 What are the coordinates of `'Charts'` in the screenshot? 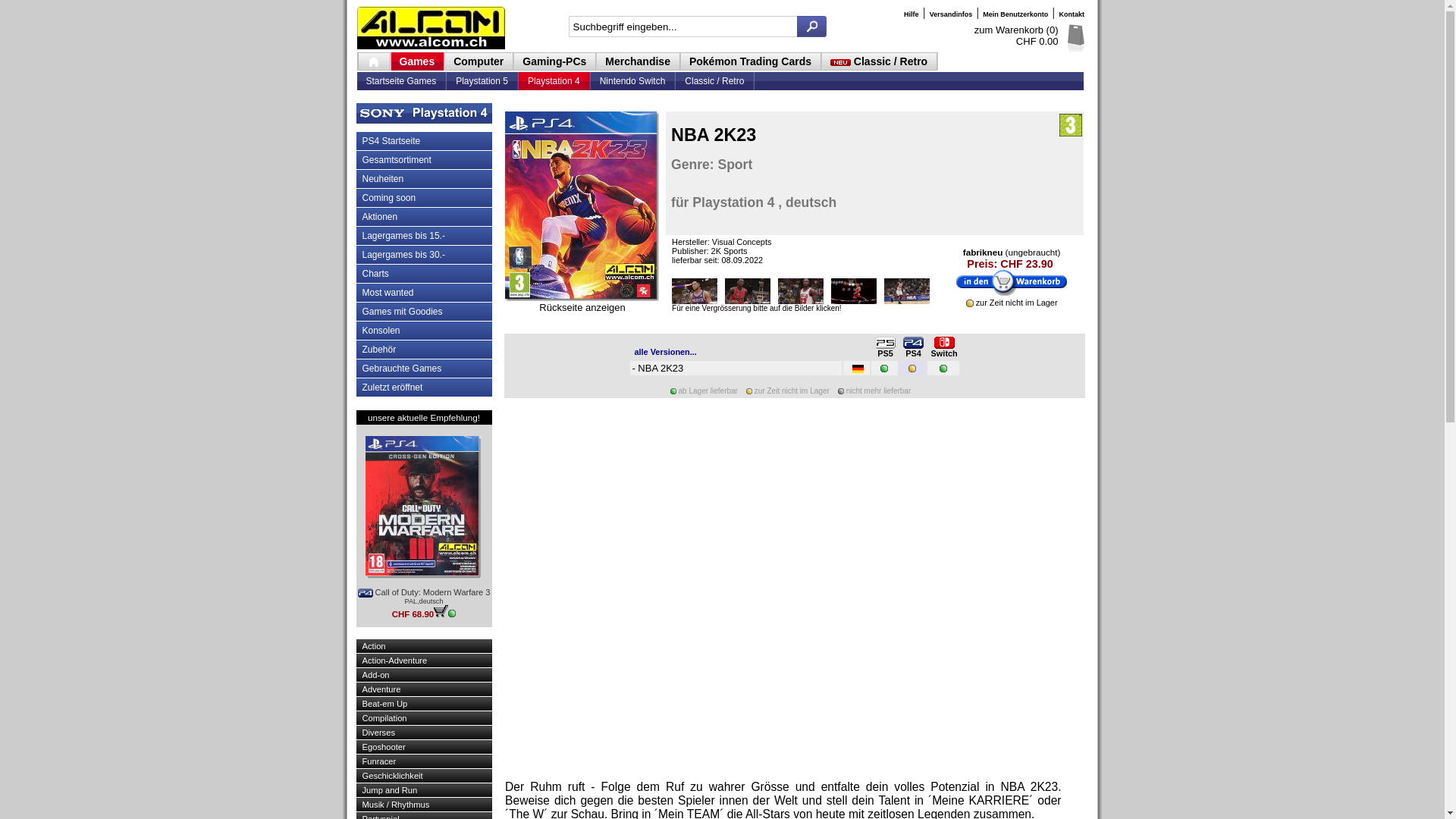 It's located at (424, 274).